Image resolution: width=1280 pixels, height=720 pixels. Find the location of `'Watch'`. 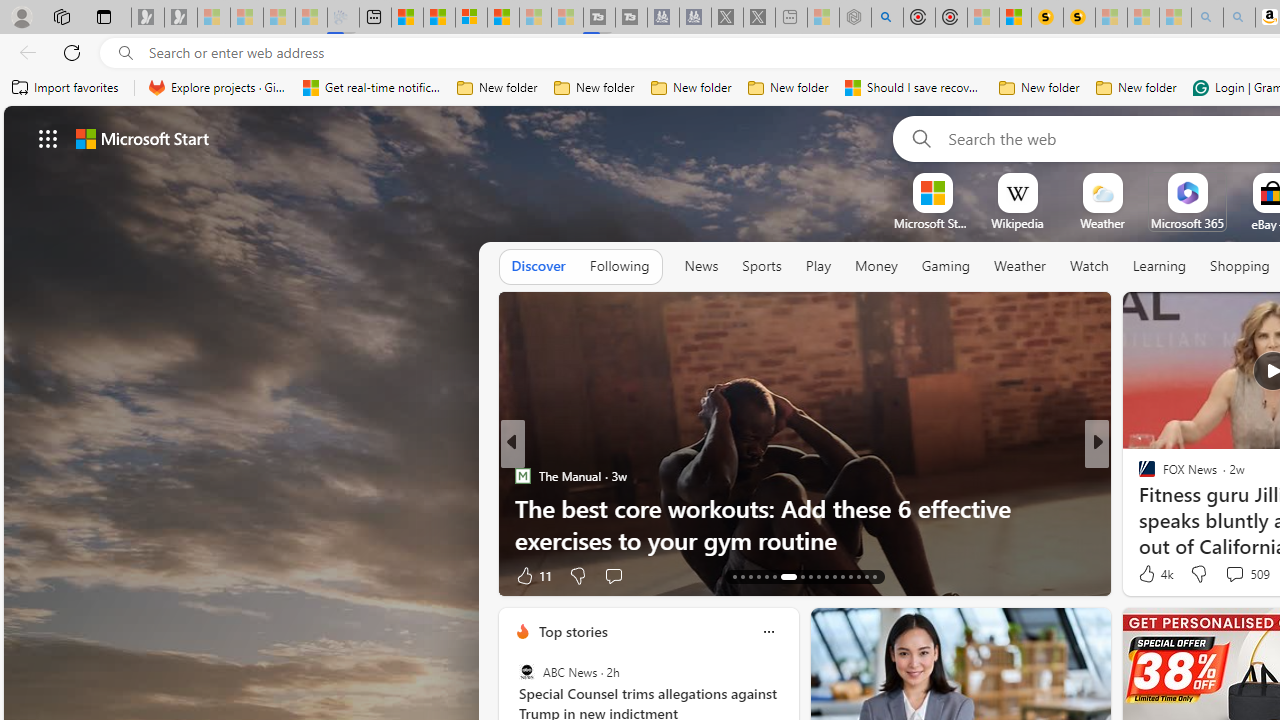

'Watch' is located at coordinates (1088, 266).